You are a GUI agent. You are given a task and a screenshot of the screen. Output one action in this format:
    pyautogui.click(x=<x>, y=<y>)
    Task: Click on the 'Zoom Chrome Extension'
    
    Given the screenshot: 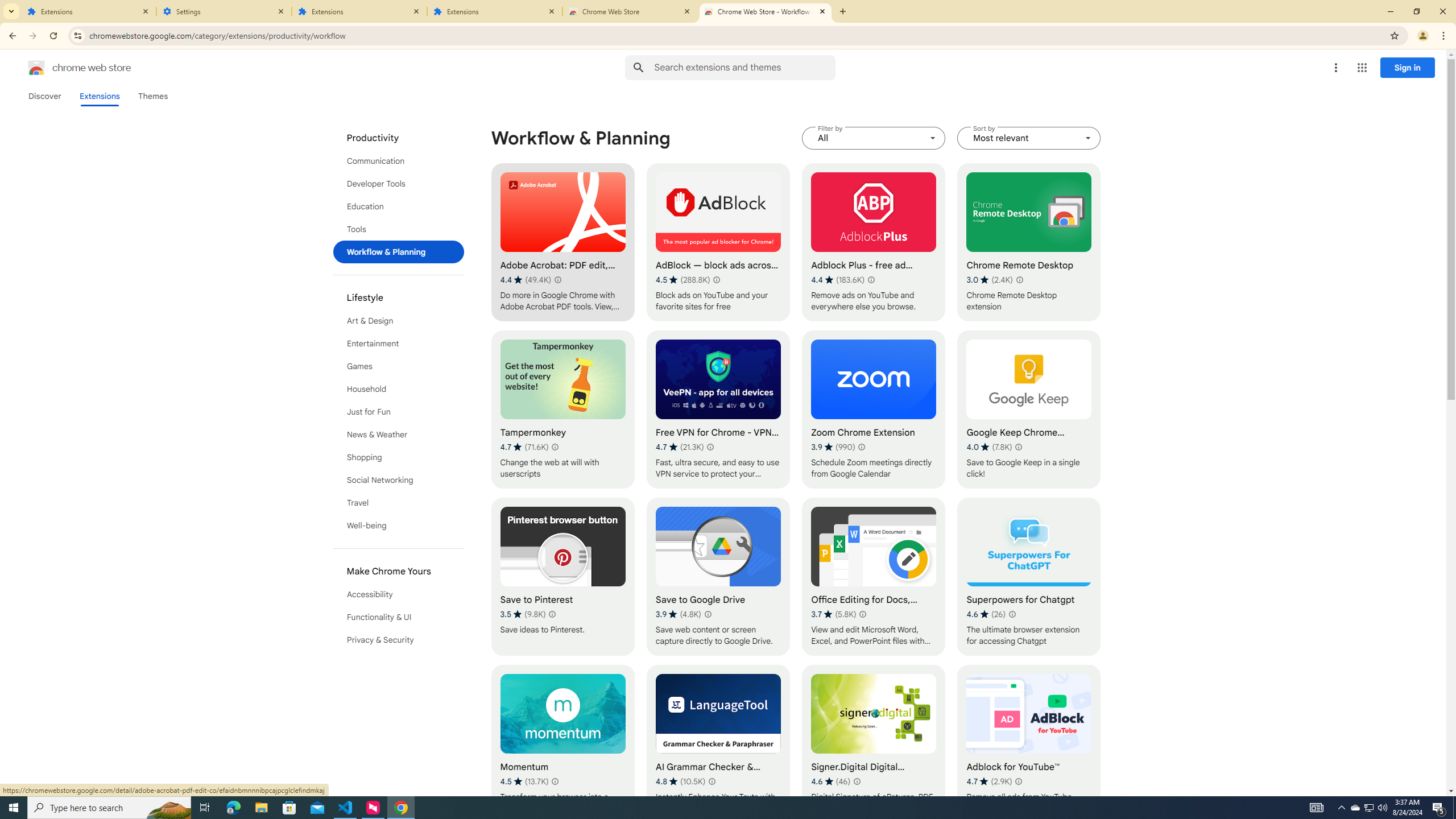 What is the action you would take?
    pyautogui.click(x=874, y=409)
    